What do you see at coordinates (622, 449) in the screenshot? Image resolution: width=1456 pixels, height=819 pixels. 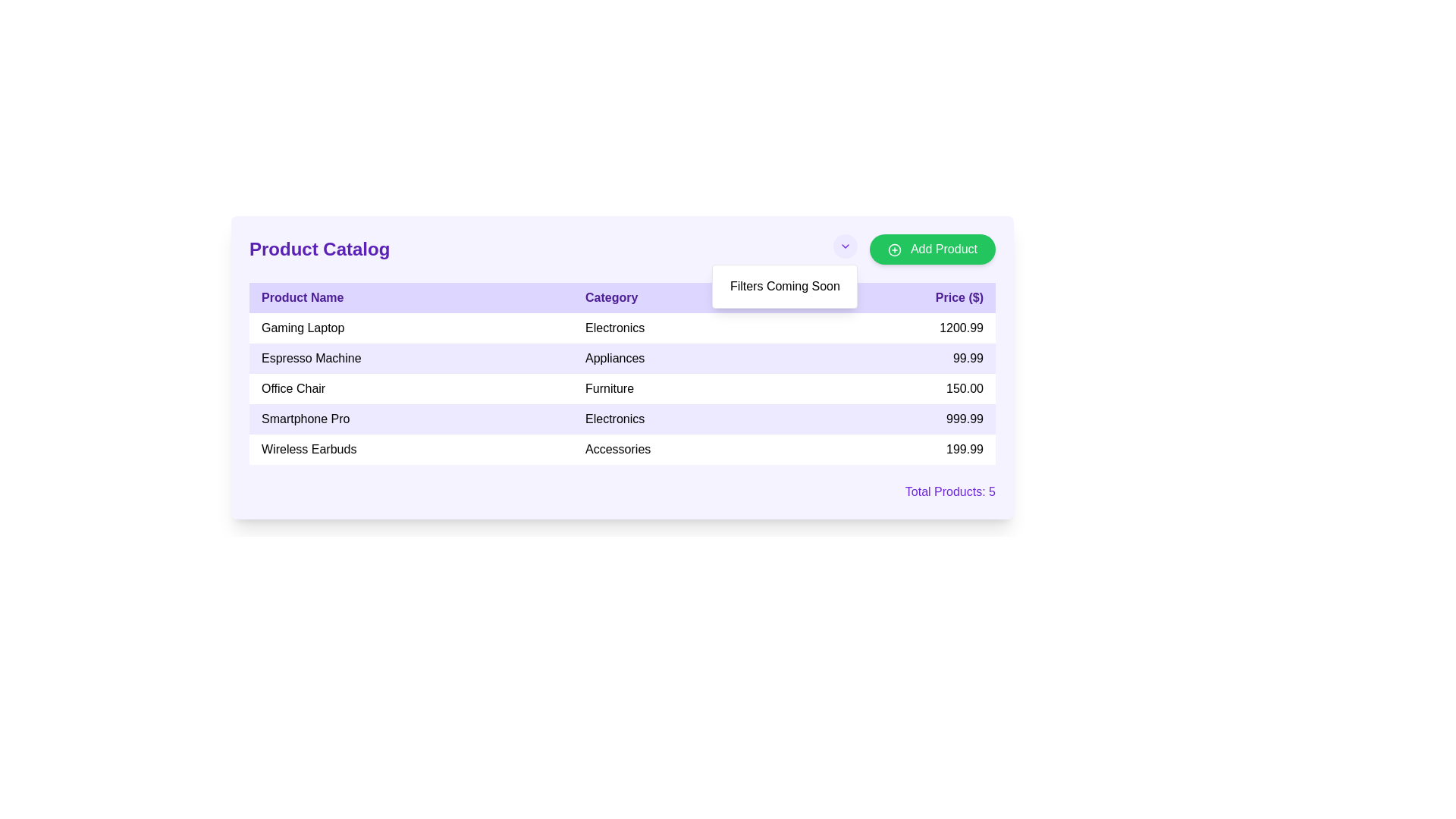 I see `information from the fifth table row containing 'Wireless Earbuds' in the first column, 'Accessories' in the second column, and '199.99' in the third column, which has a light violet background` at bounding box center [622, 449].